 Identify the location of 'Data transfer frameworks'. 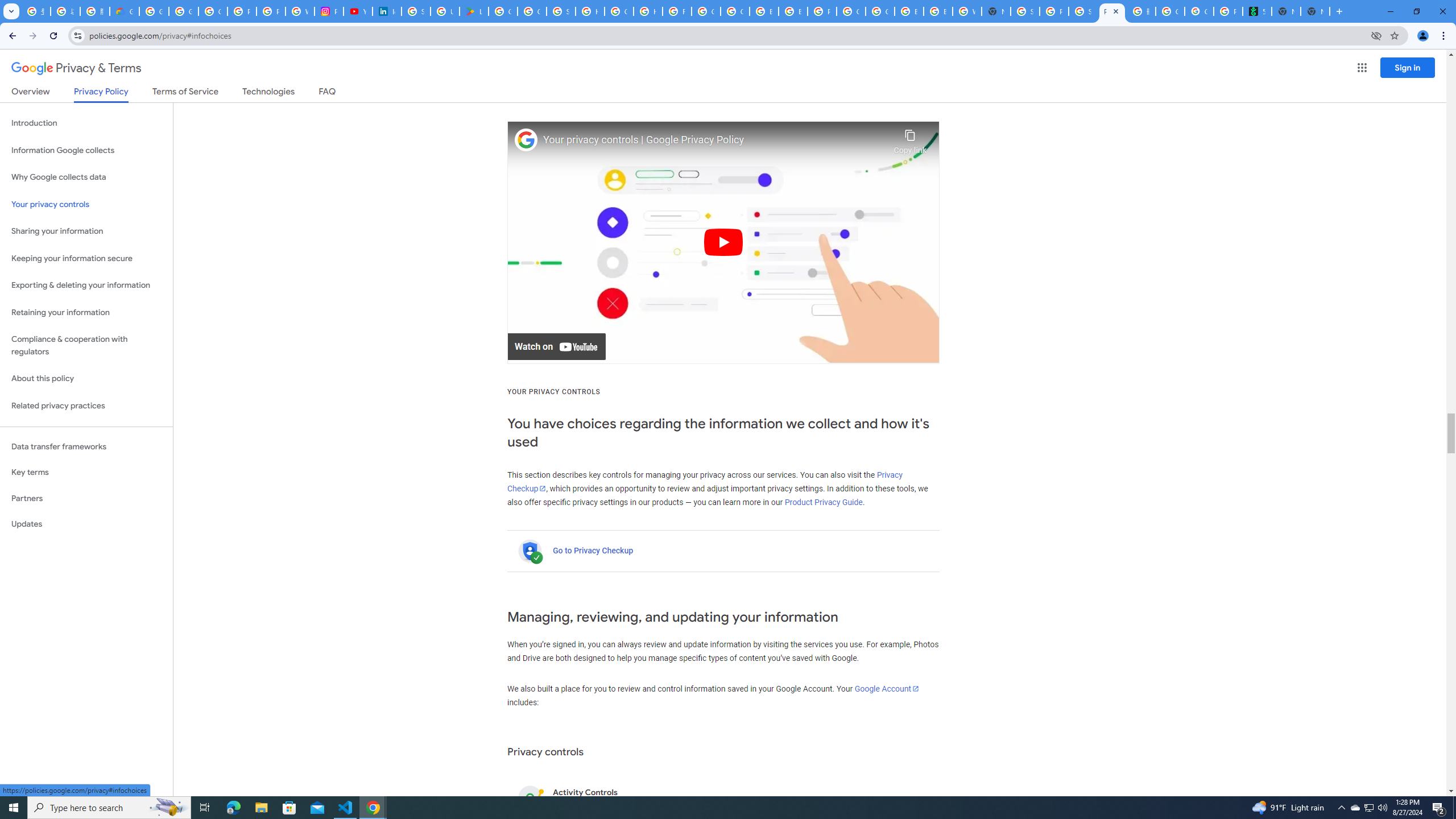
(86, 446).